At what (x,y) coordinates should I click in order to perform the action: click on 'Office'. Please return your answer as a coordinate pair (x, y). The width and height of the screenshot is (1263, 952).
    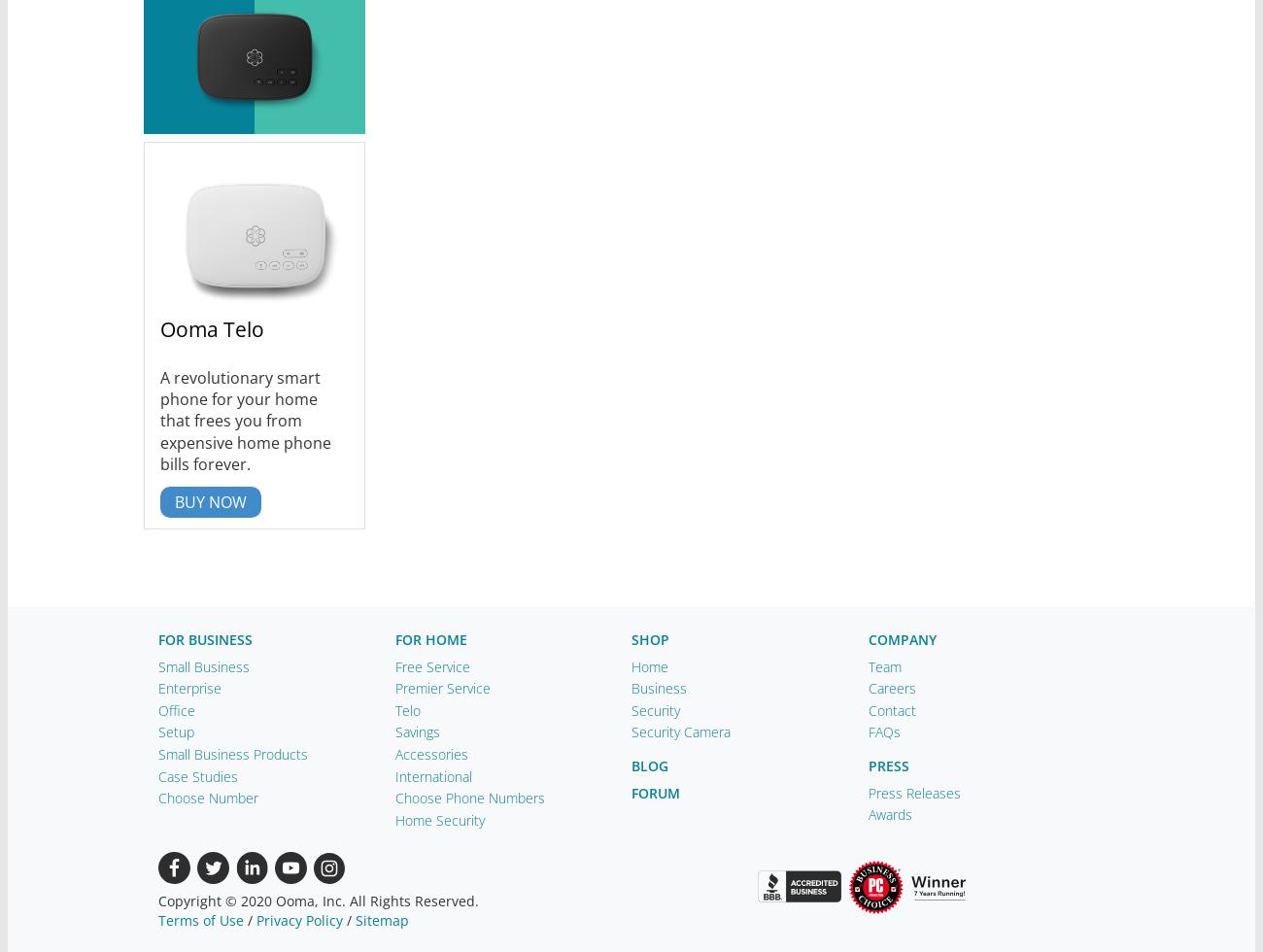
    Looking at the image, I should click on (177, 709).